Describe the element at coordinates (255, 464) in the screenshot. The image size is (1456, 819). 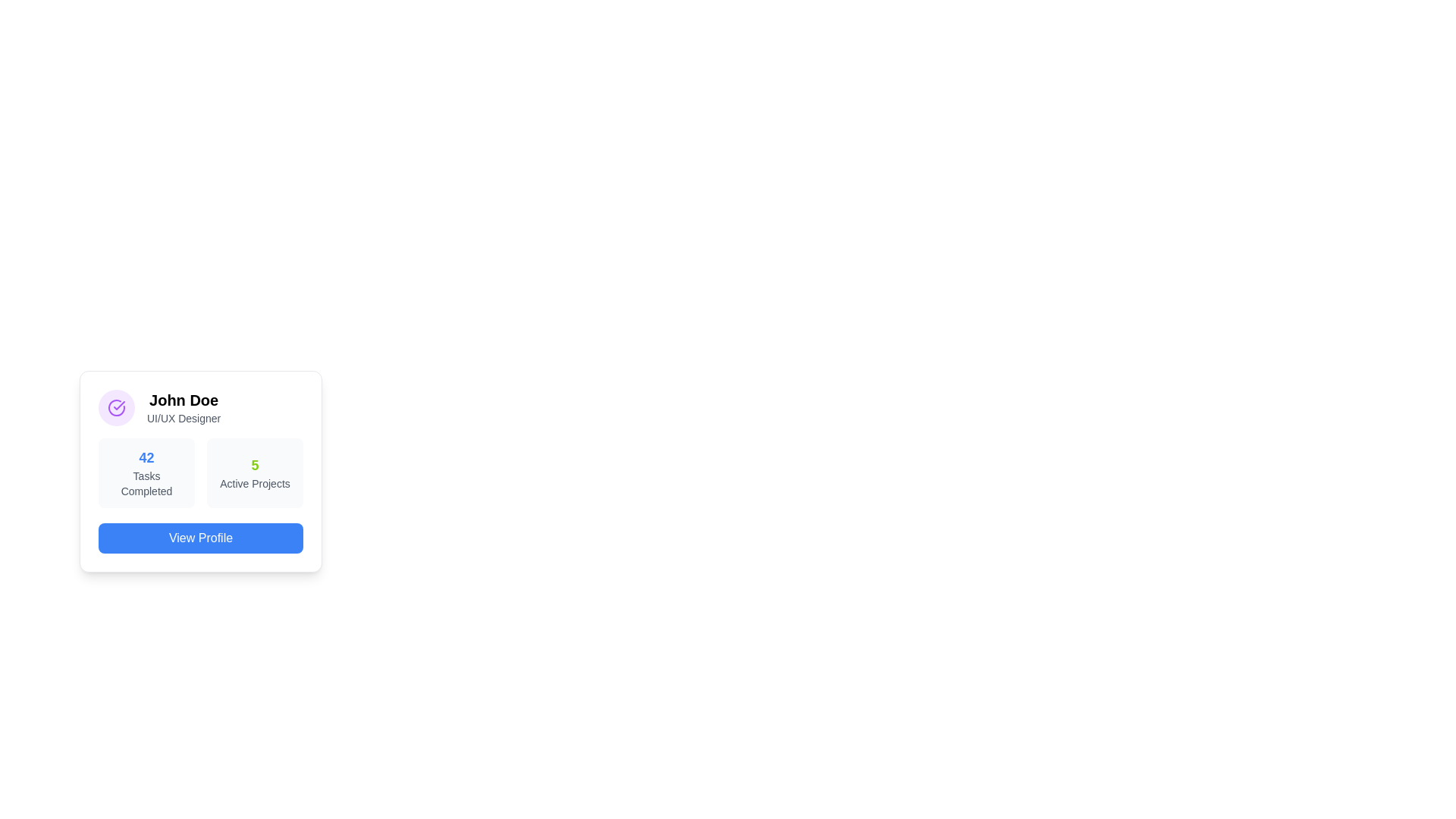
I see `the numeric value displayed in the 'Active Projects' section of the card component located on the right side of the information panel` at that location.